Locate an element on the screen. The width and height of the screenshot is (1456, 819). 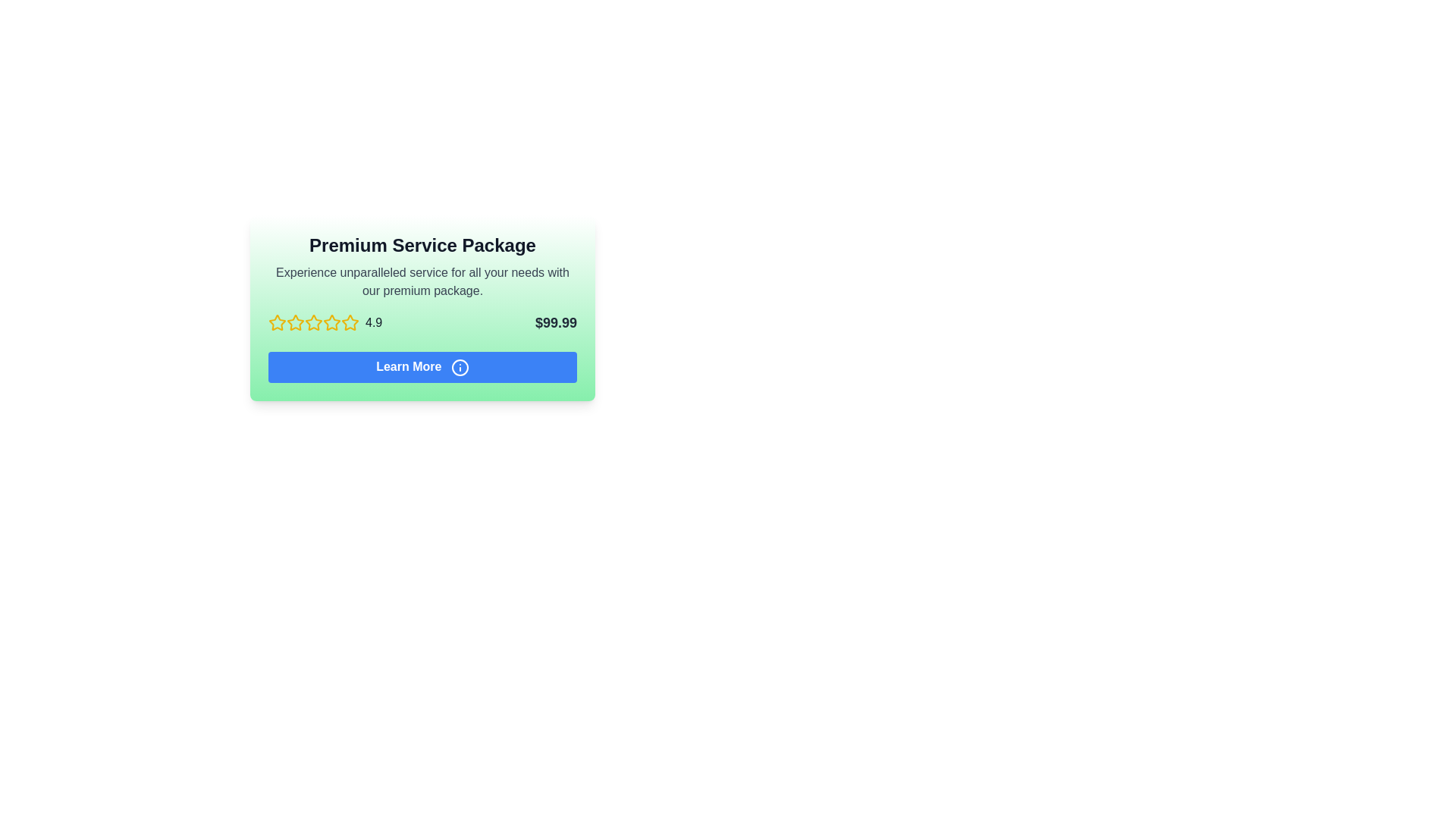
the call-to-action button located at the center-bottom of the card component, which is directly below the rating and price text ('$99.99'), to trigger visual feedback is located at coordinates (422, 367).